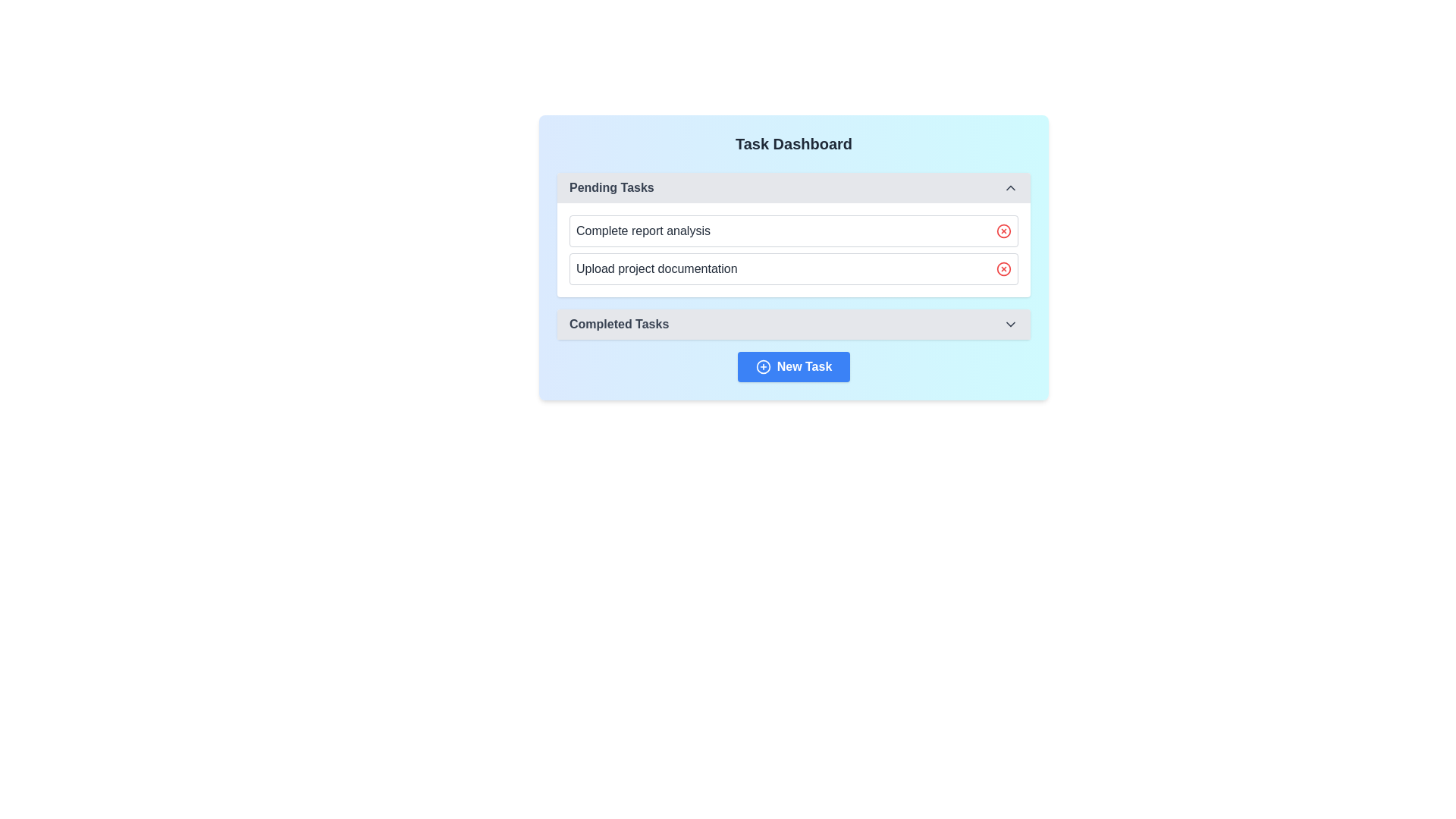 The width and height of the screenshot is (1456, 819). Describe the element at coordinates (657, 268) in the screenshot. I see `the 'Upload project documentation' text label, which is styled with a gray font and located in the second row of the 'Pending Tasks' list, before the red 'X' icon` at that location.